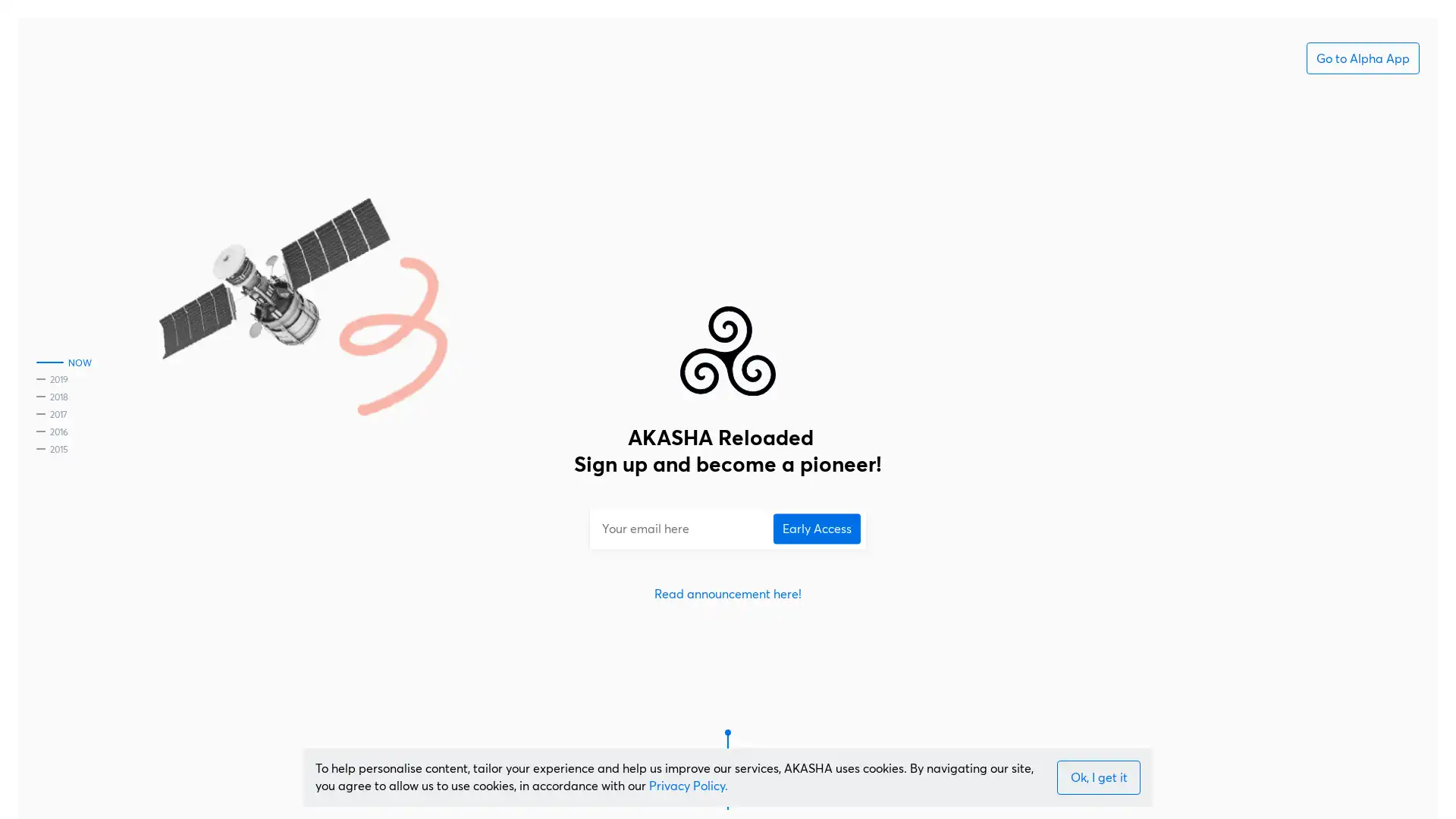 The height and width of the screenshot is (819, 1456). What do you see at coordinates (52, 415) in the screenshot?
I see `2017` at bounding box center [52, 415].